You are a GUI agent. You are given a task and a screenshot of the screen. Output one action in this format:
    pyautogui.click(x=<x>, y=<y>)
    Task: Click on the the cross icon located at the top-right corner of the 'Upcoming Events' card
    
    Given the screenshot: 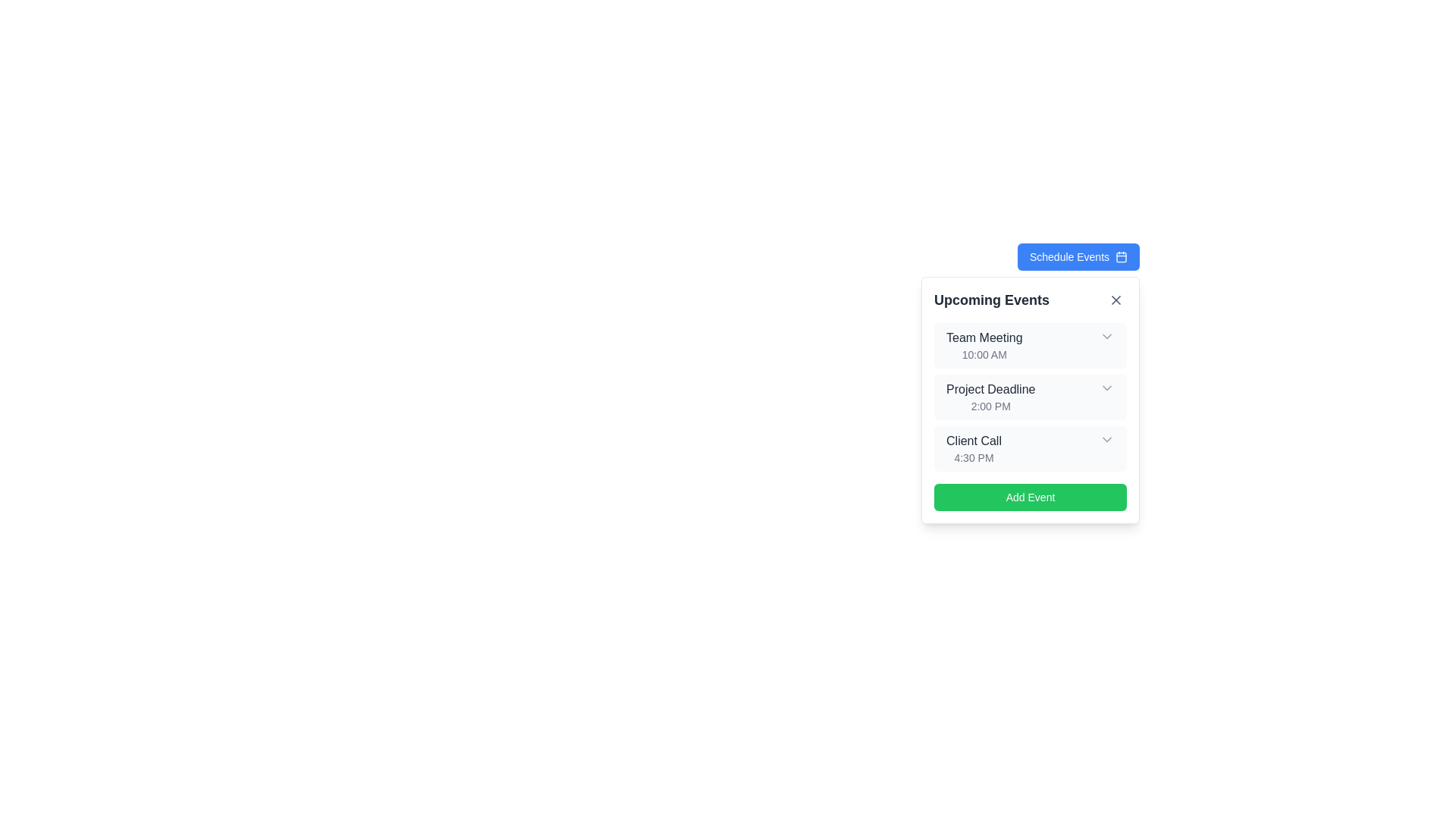 What is the action you would take?
    pyautogui.click(x=1116, y=300)
    